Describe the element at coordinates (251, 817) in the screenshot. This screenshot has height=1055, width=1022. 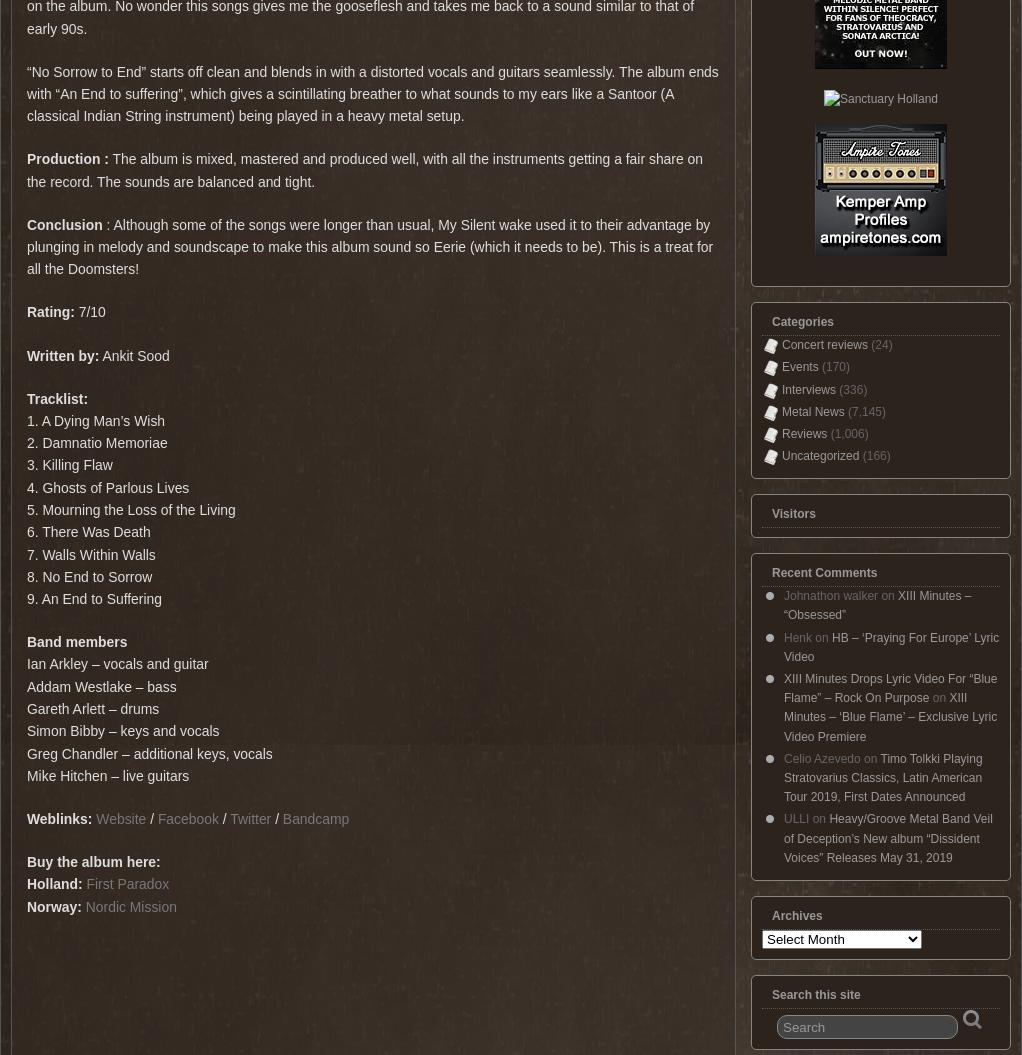
I see `'Twitter'` at that location.